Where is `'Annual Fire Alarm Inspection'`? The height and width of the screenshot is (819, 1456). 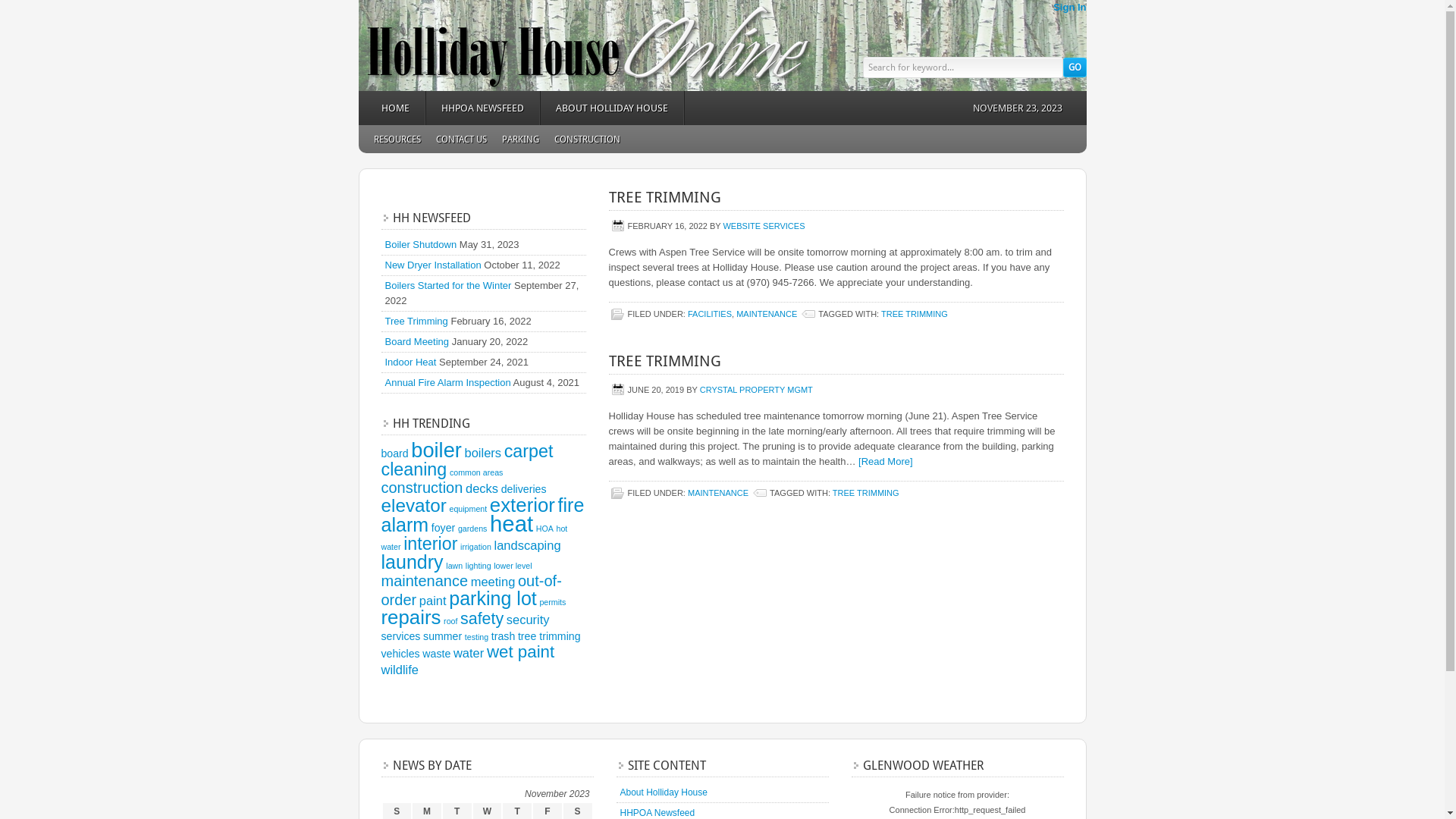
'Annual Fire Alarm Inspection' is located at coordinates (447, 381).